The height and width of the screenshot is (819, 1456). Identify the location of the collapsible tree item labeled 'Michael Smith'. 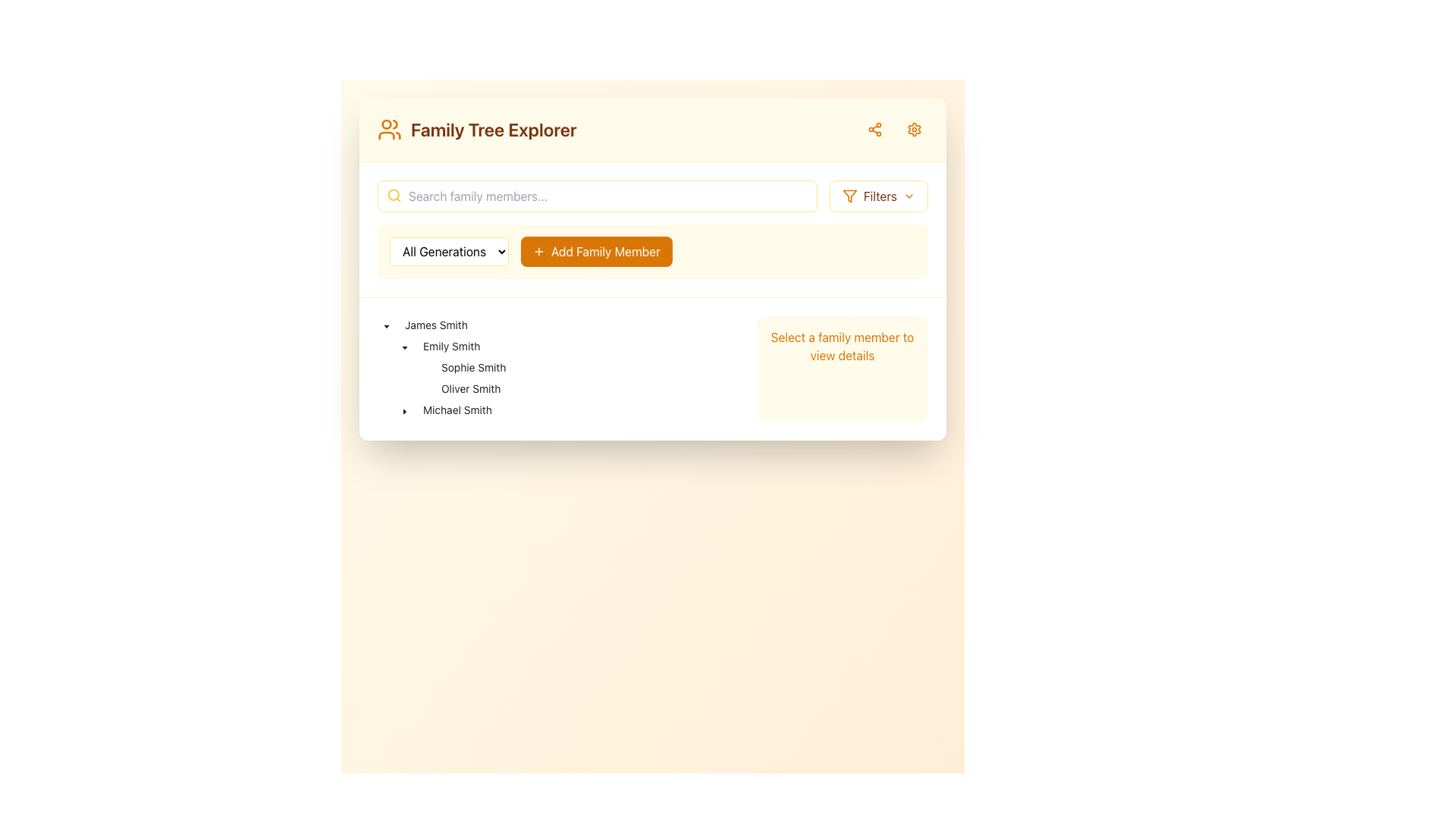
(436, 409).